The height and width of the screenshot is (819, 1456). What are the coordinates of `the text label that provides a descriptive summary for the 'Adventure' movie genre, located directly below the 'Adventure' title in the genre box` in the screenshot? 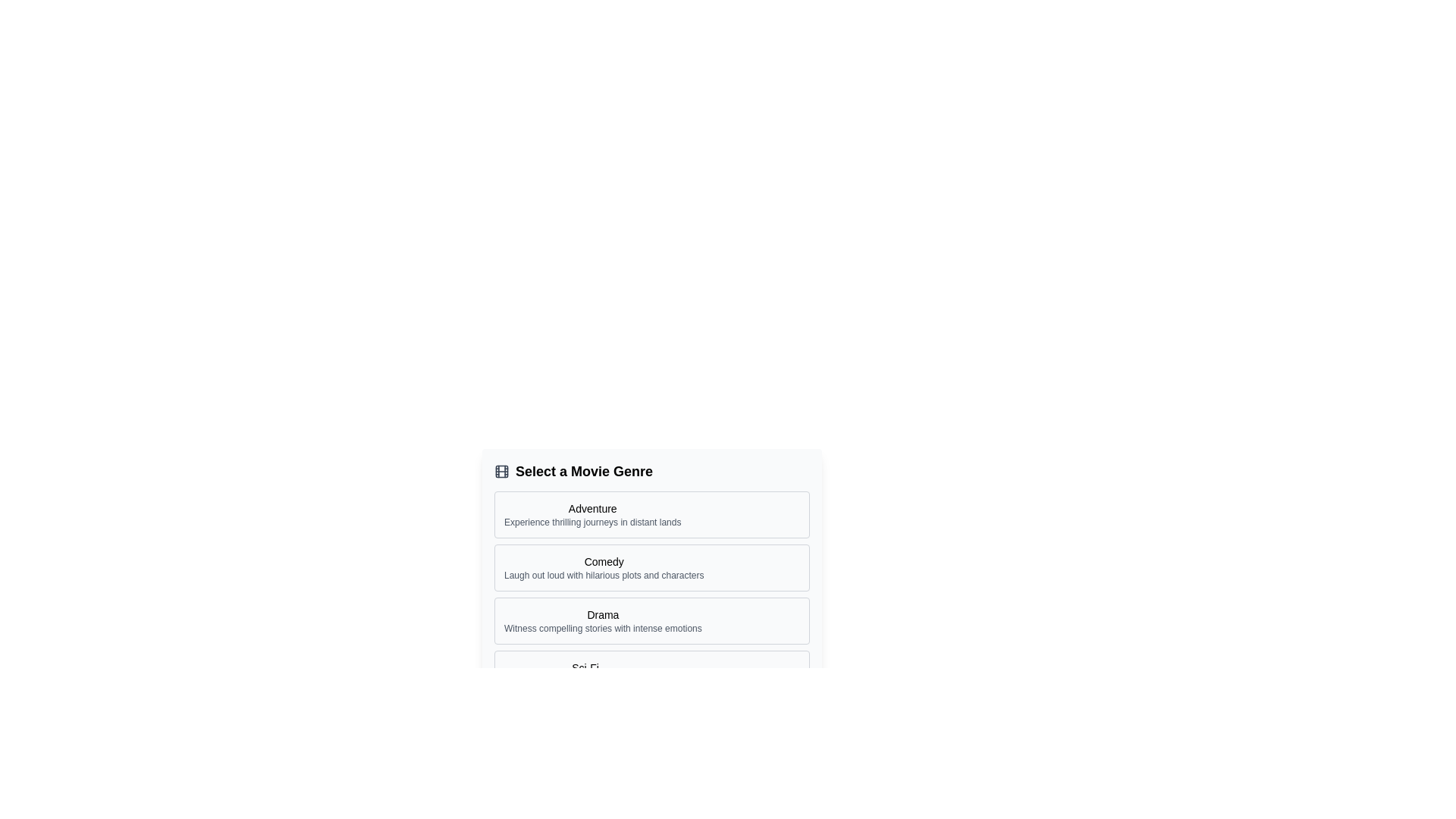 It's located at (591, 522).